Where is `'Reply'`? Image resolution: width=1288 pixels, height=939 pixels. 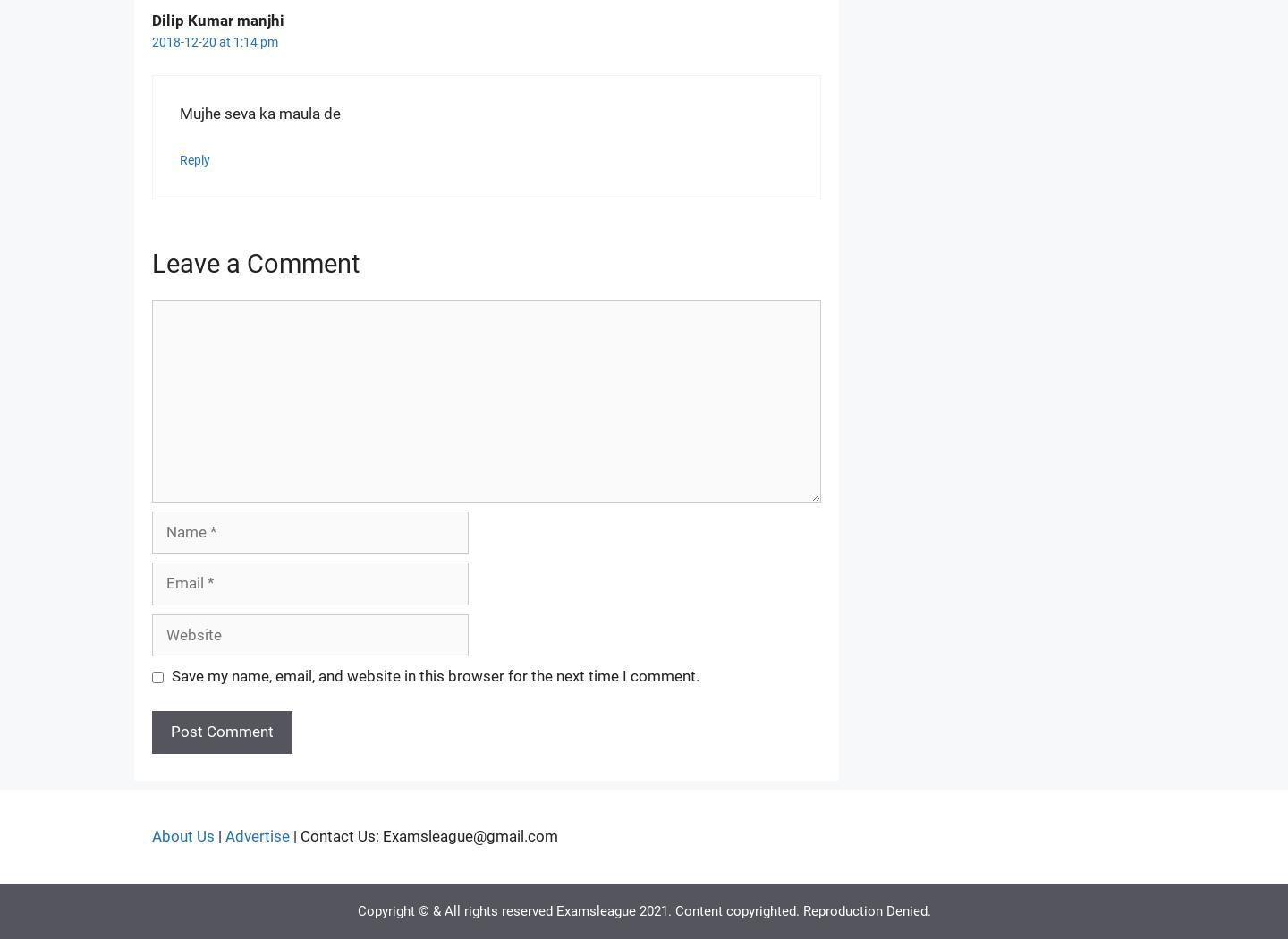
'Reply' is located at coordinates (195, 160).